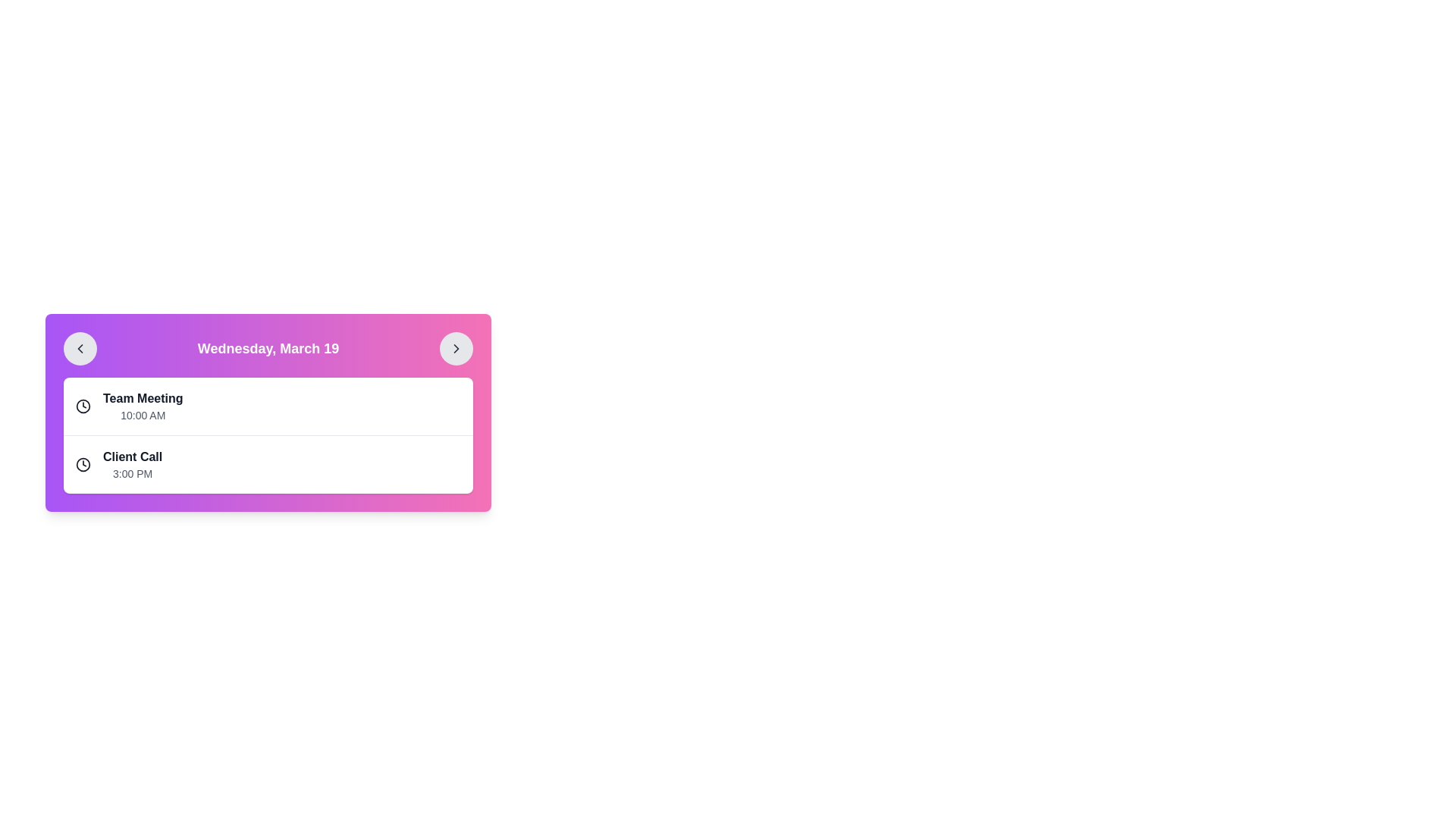  Describe the element at coordinates (455, 348) in the screenshot. I see `the circular button with a gray background and right arrow icon, located in the pink header` at that location.